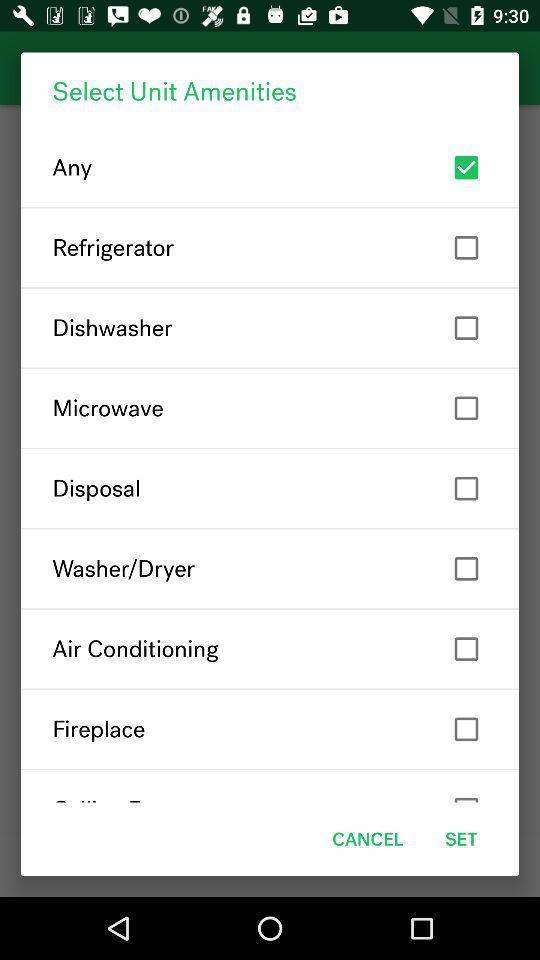  What do you see at coordinates (270, 728) in the screenshot?
I see `fireplace item` at bounding box center [270, 728].